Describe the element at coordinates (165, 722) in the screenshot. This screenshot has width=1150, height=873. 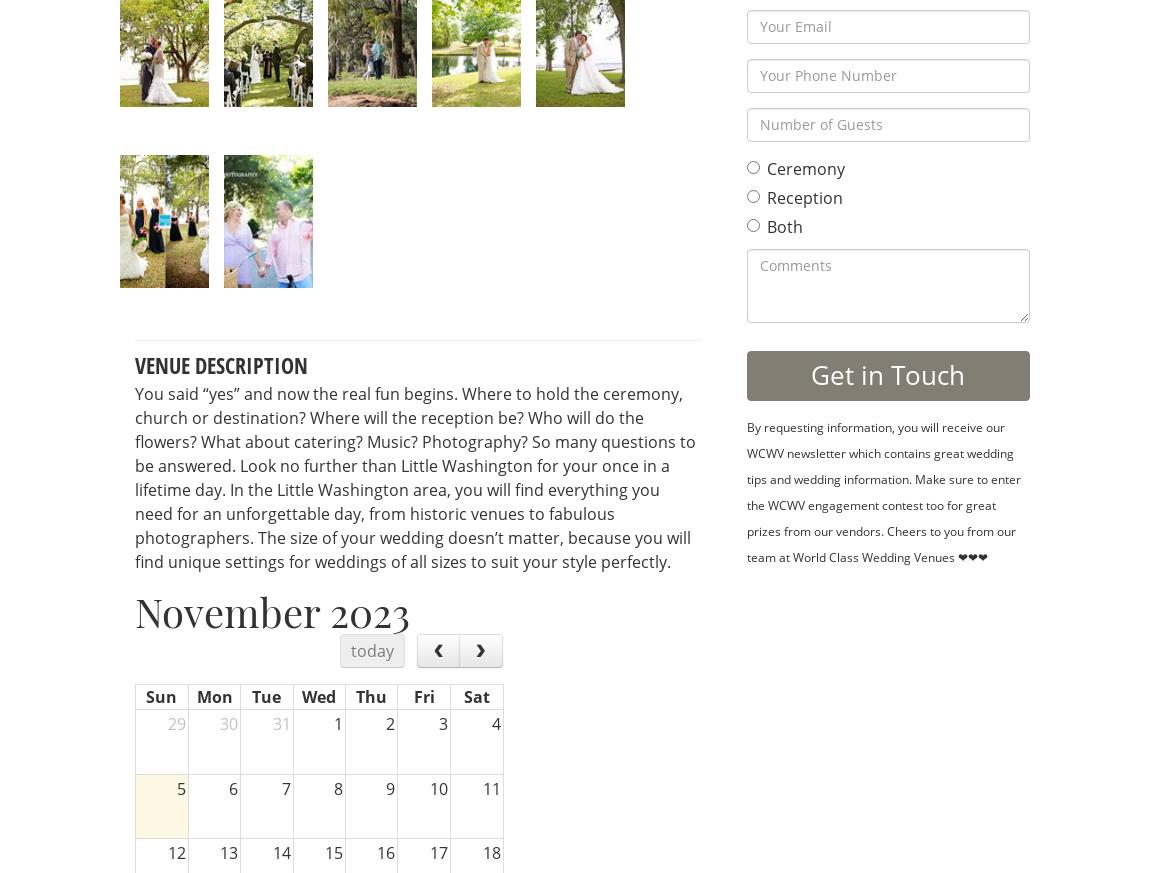
I see `'29'` at that location.